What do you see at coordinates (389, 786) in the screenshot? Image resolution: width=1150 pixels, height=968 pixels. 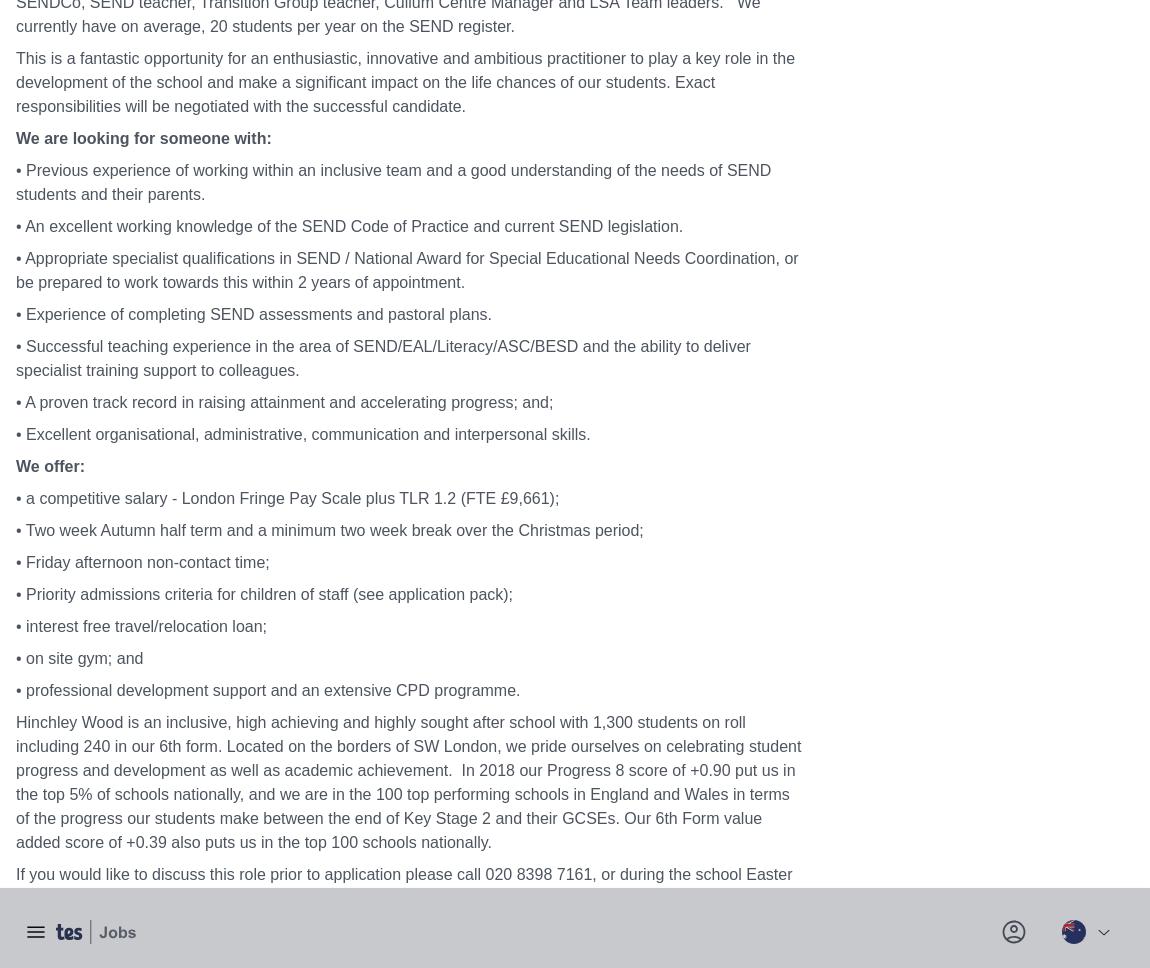 I see `'Tes research panel'` at bounding box center [389, 786].